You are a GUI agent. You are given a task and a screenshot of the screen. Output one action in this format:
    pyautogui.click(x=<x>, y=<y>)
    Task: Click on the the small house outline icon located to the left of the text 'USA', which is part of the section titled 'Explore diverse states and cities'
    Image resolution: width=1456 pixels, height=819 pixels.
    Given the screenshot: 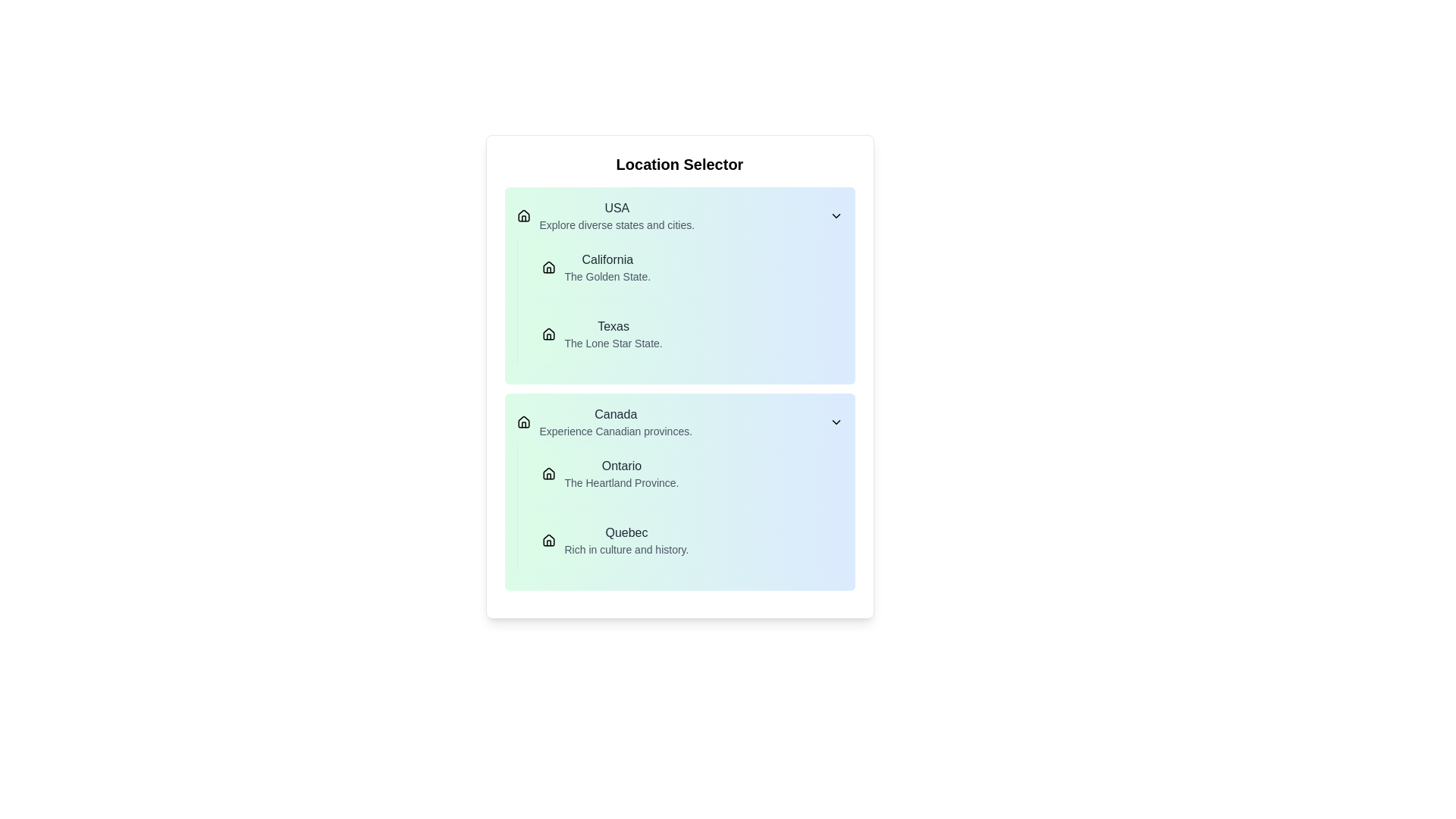 What is the action you would take?
    pyautogui.click(x=523, y=216)
    